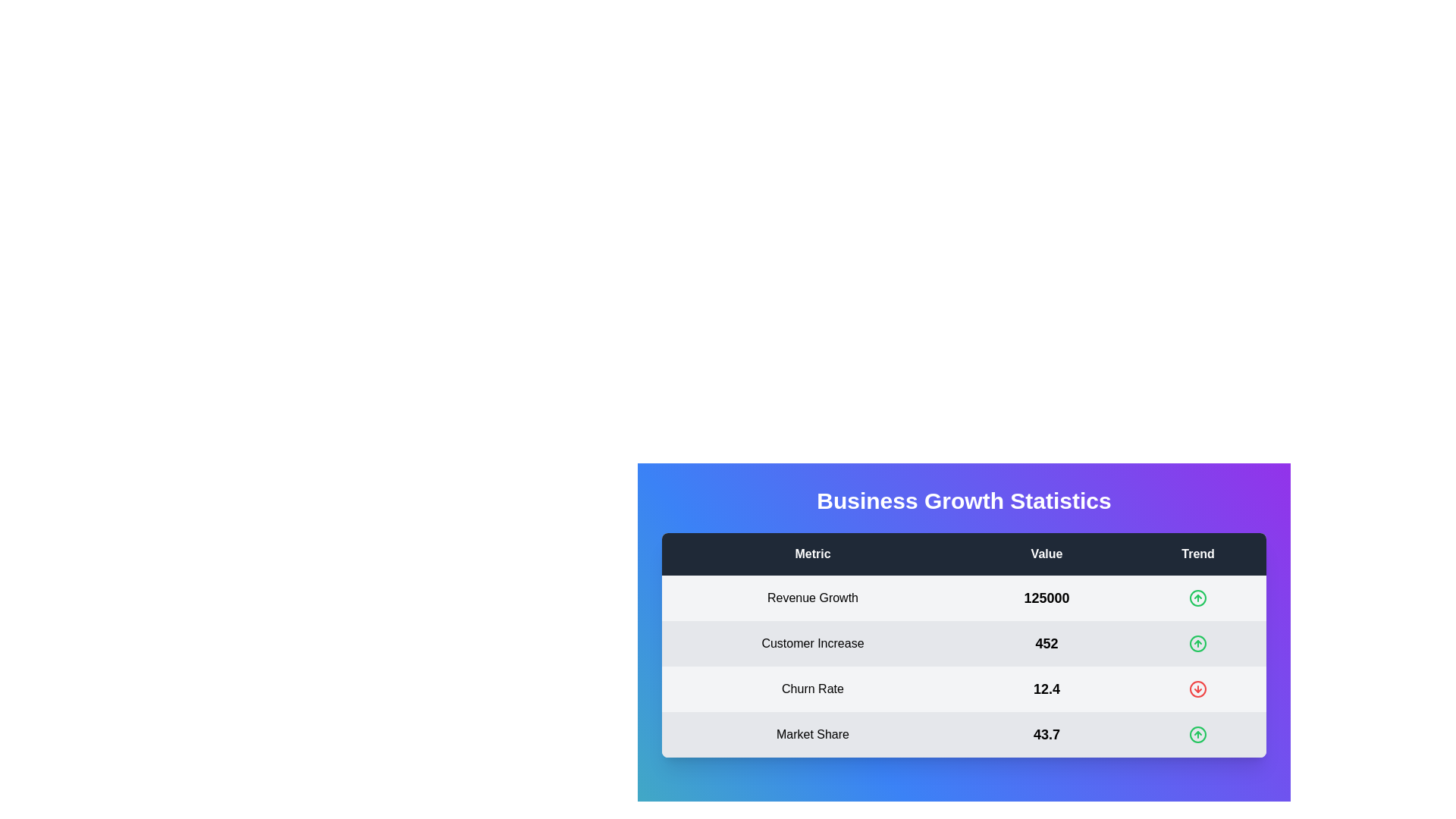 This screenshot has height=819, width=1456. I want to click on the trend icon corresponding to the Revenue Growth metric, so click(1197, 598).